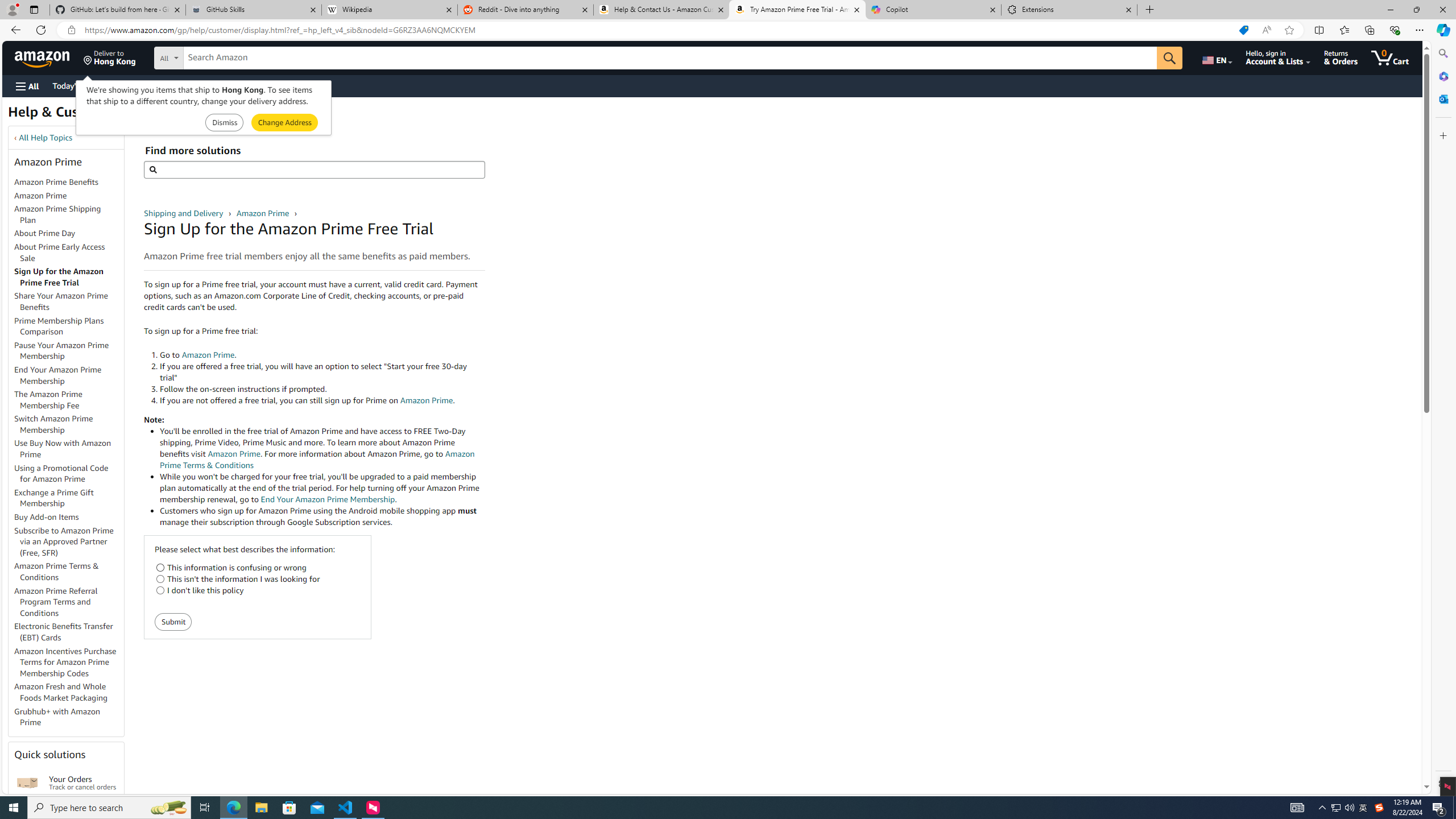  I want to click on '0 items in cart', so click(1389, 57).